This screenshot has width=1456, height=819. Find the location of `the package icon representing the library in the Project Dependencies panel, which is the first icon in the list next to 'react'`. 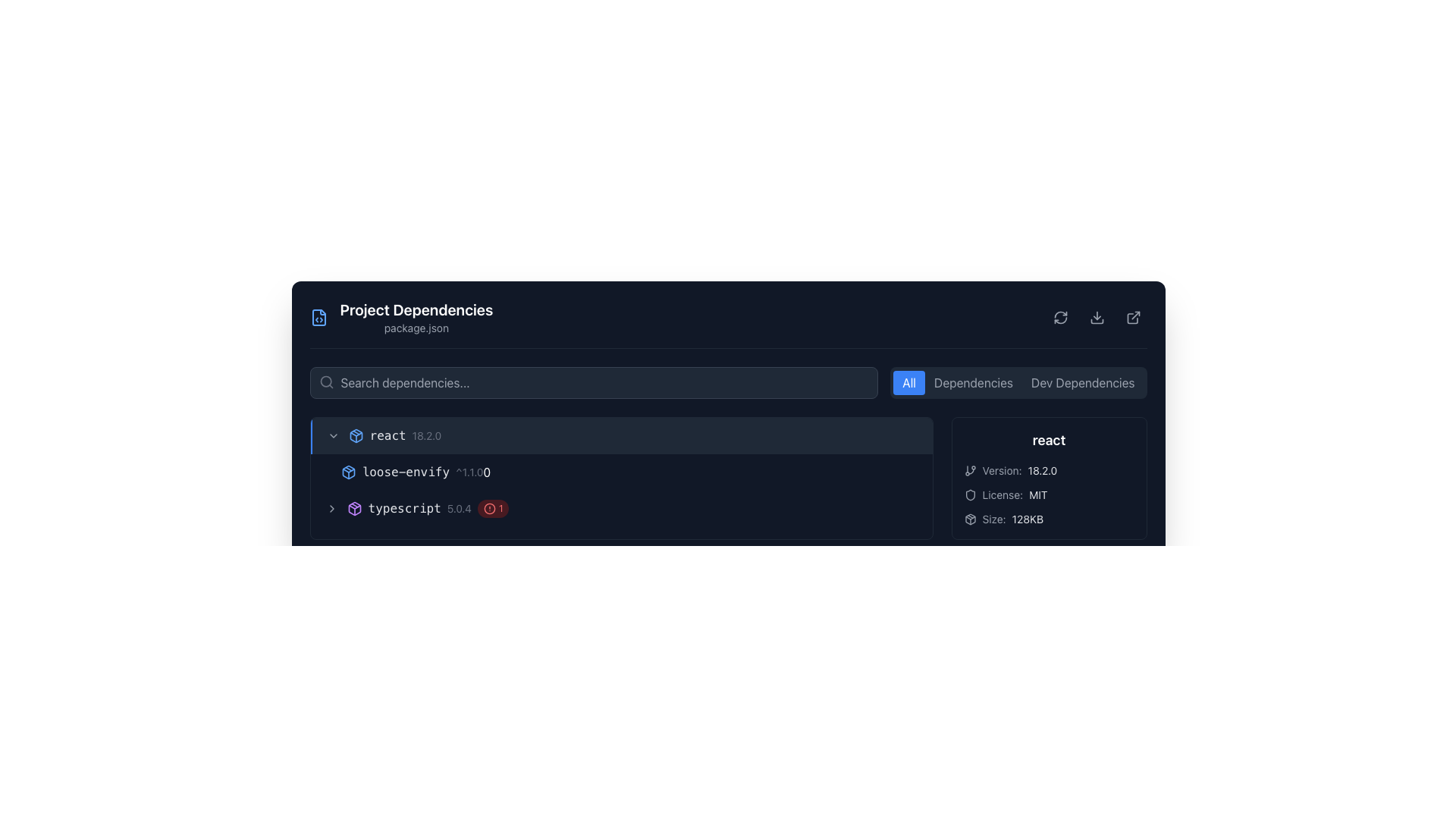

the package icon representing the library in the Project Dependencies panel, which is the first icon in the list next to 'react' is located at coordinates (355, 435).